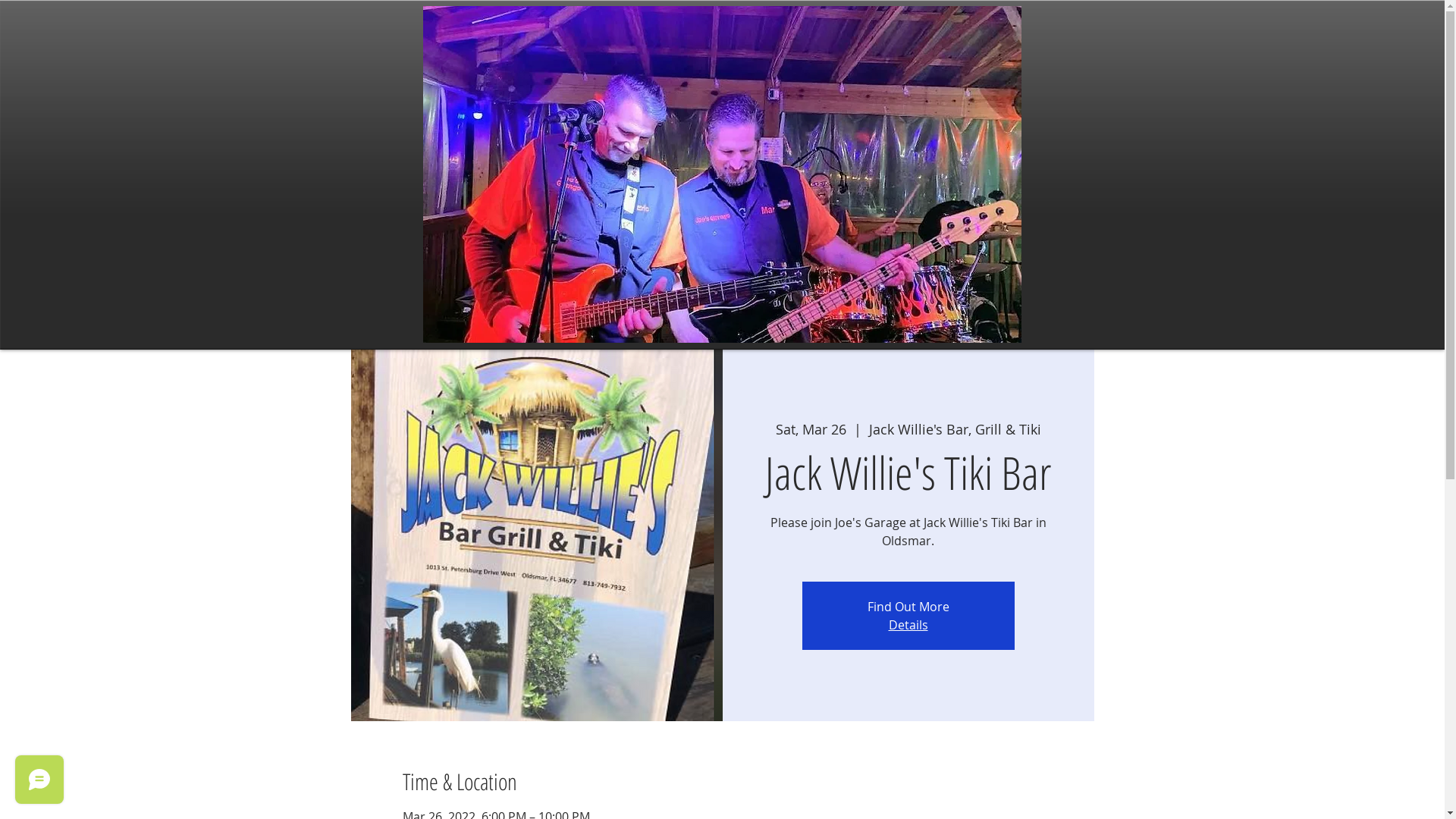 The image size is (1456, 819). Describe the element at coordinates (908, 625) in the screenshot. I see `'Details'` at that location.